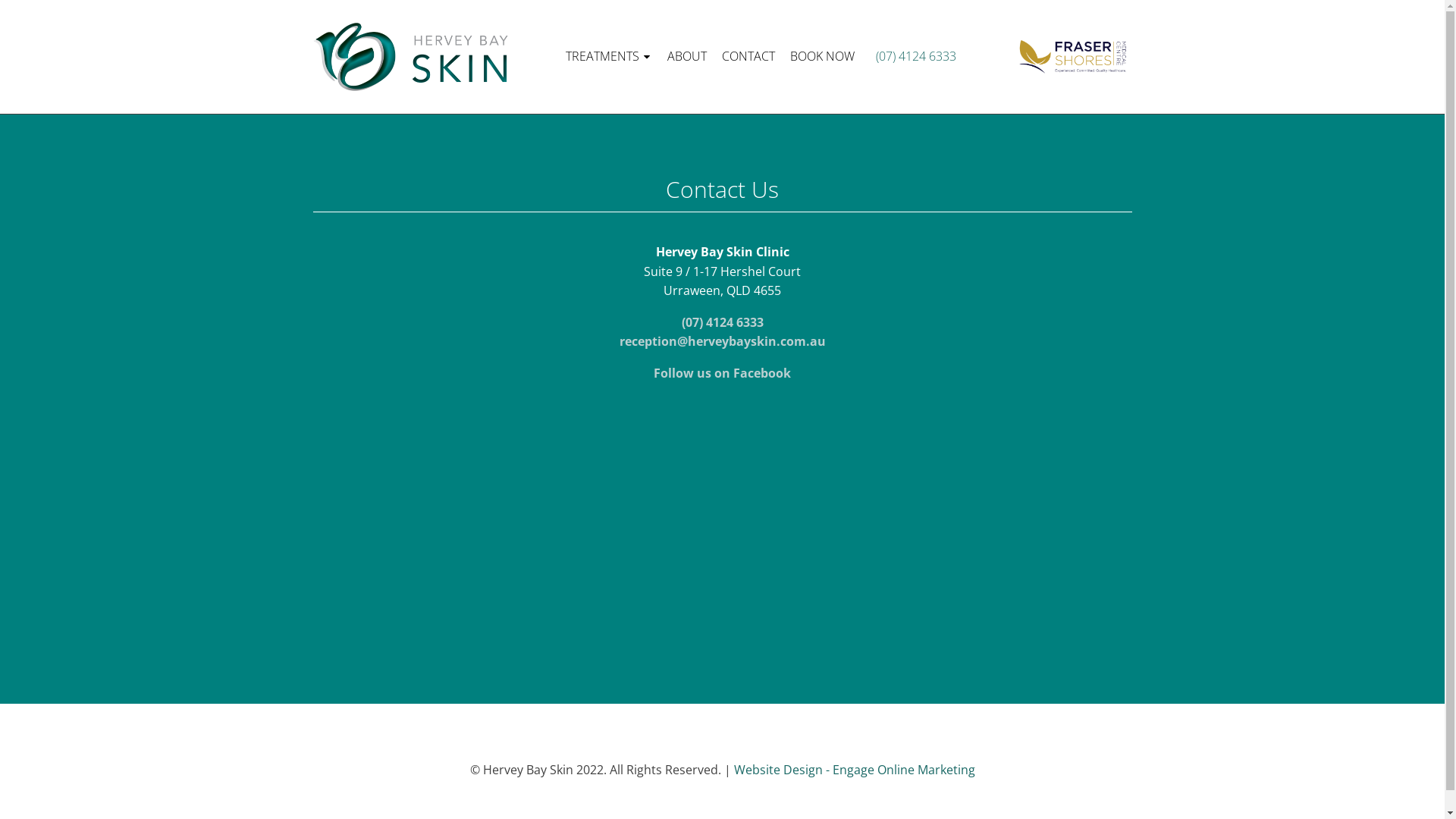 The height and width of the screenshot is (819, 1456). What do you see at coordinates (721, 373) in the screenshot?
I see `'Follow us on Facebook'` at bounding box center [721, 373].